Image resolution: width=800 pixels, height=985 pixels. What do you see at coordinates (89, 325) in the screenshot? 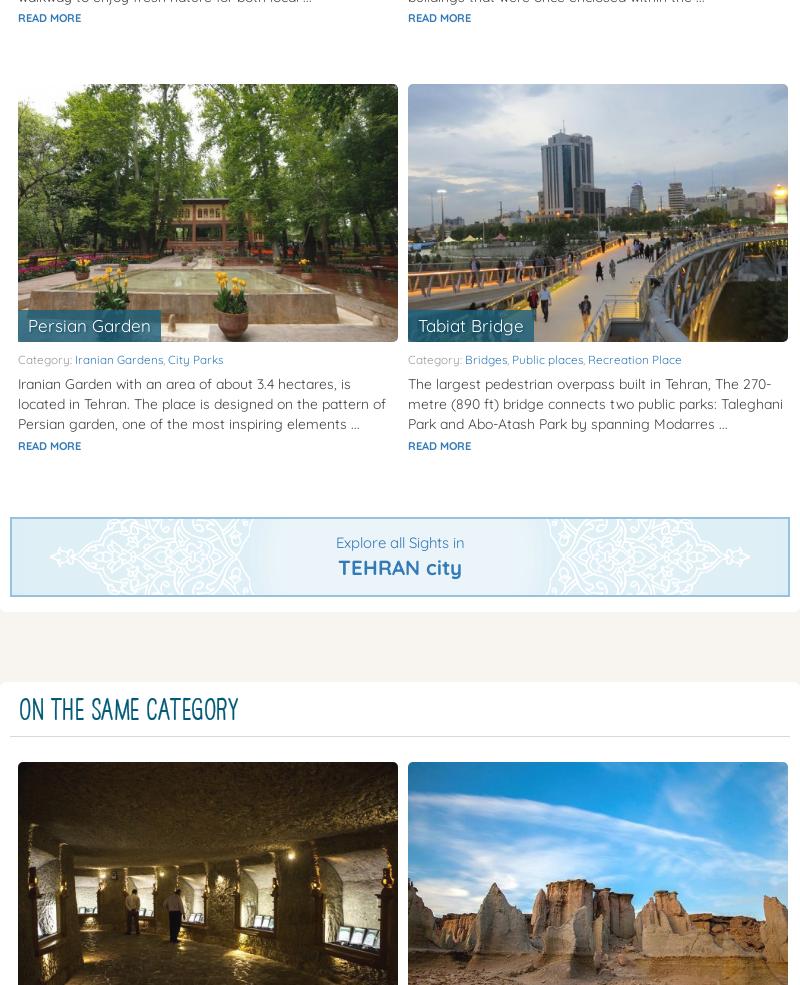
I see `'Persian Garden'` at bounding box center [89, 325].